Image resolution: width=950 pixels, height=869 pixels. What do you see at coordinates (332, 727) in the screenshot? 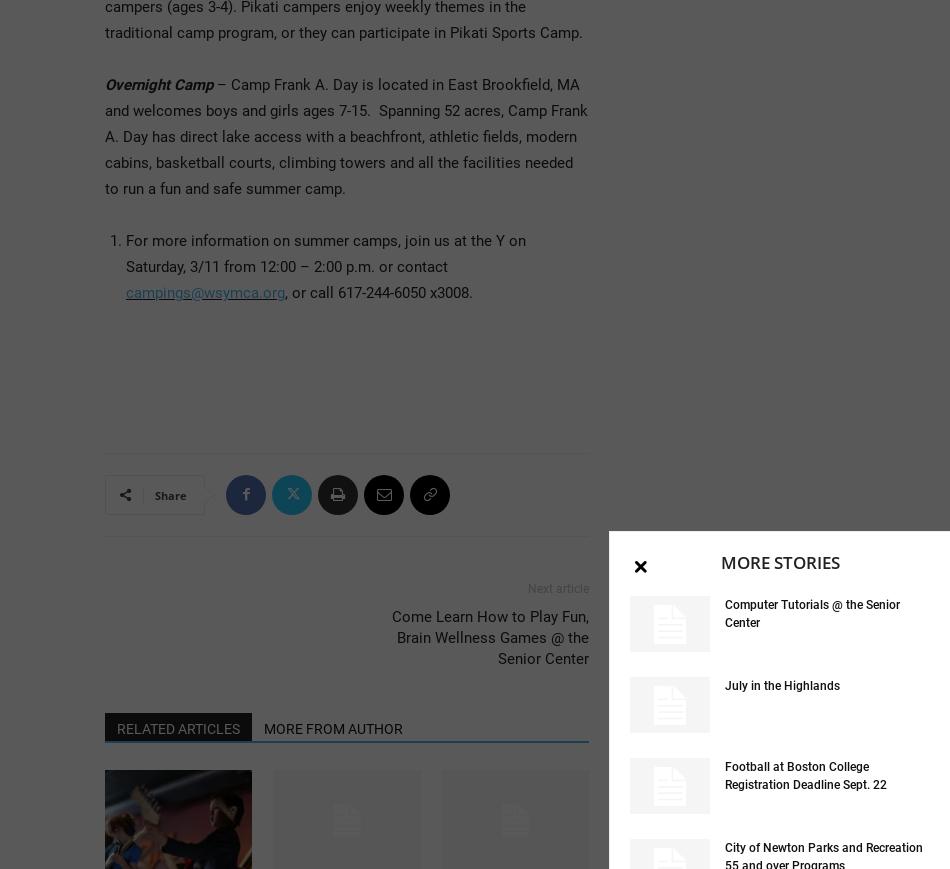
I see `'MORE FROM AUTHOR'` at bounding box center [332, 727].